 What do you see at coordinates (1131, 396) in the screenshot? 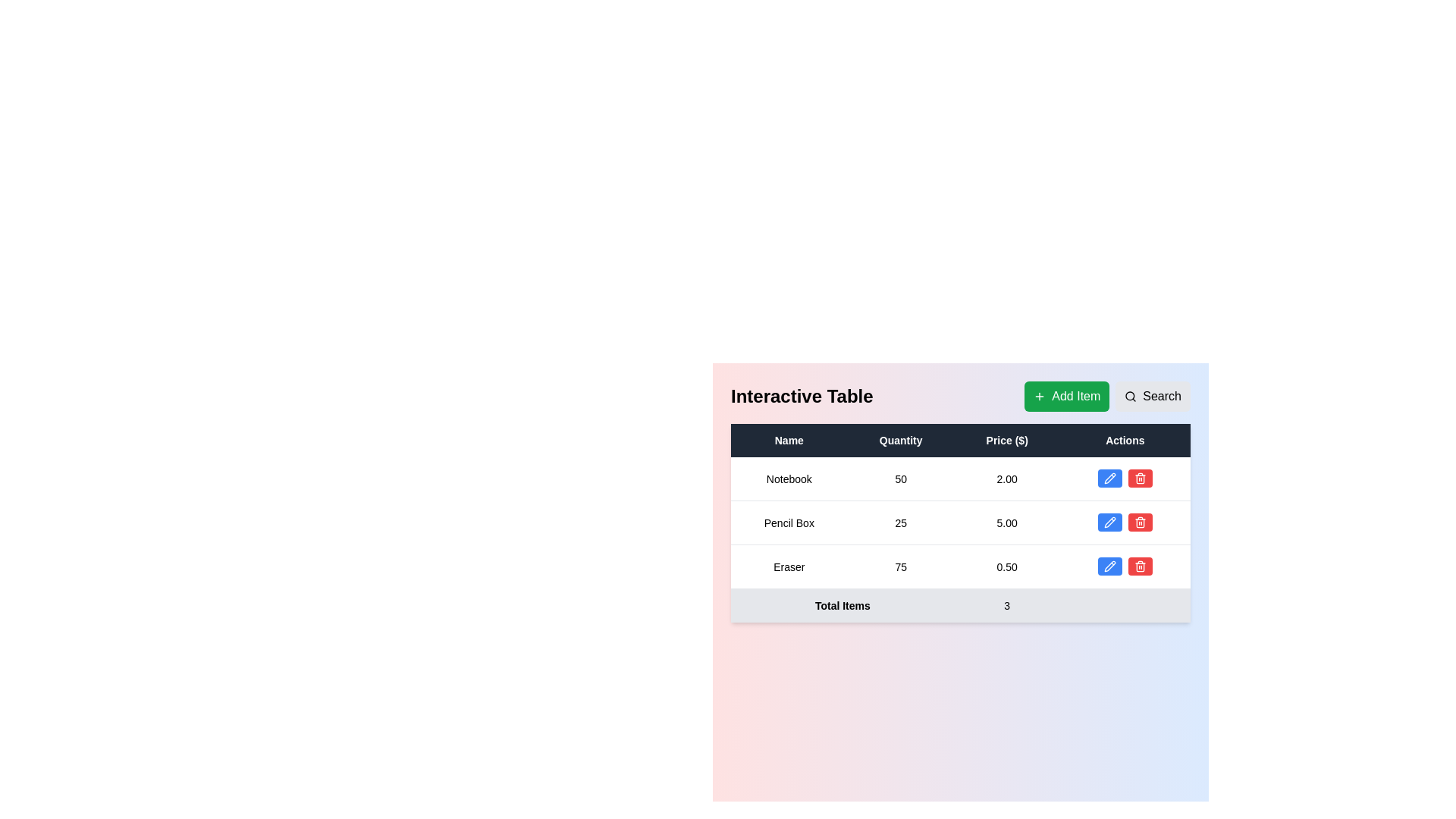
I see `the magnifying glass icon representing search functionality, located within the 'Search' button in the top-right corner of the interface` at bounding box center [1131, 396].